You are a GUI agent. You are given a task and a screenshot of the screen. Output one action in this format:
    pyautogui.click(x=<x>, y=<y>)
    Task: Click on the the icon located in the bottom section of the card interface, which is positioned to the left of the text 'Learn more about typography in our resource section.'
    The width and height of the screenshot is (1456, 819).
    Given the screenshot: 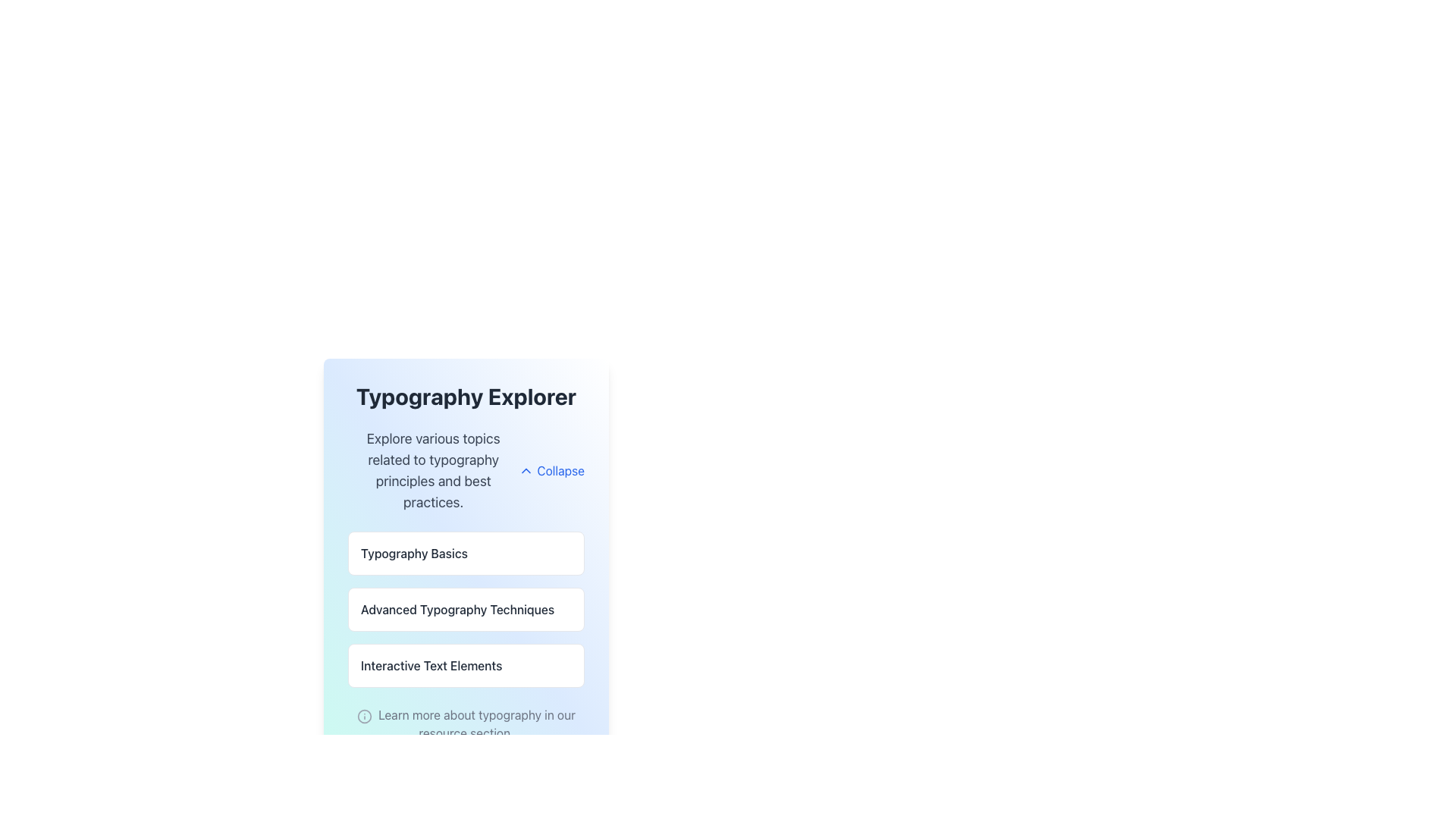 What is the action you would take?
    pyautogui.click(x=365, y=716)
    